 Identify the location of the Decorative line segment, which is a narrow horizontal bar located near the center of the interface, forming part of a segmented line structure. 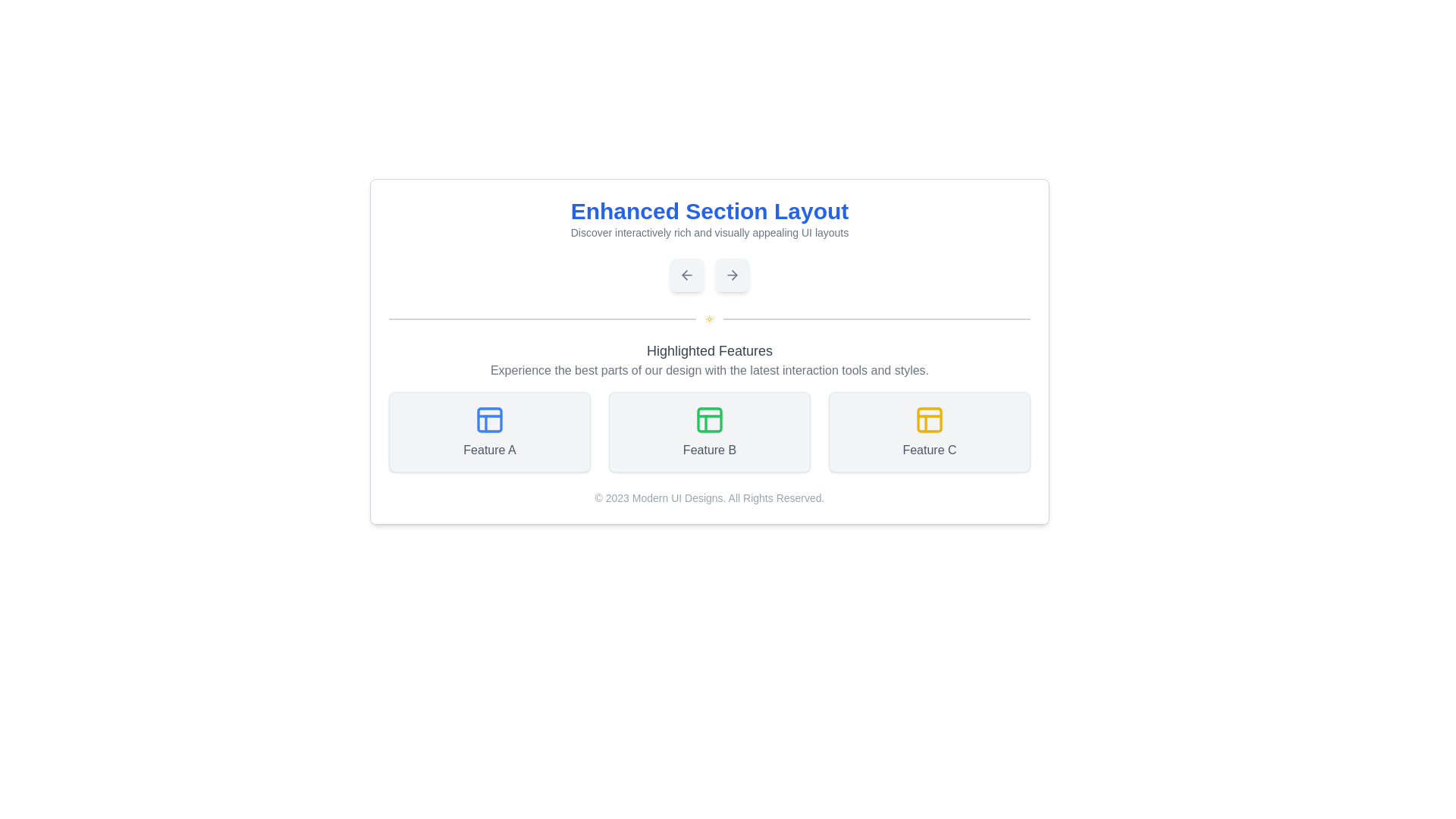
(877, 318).